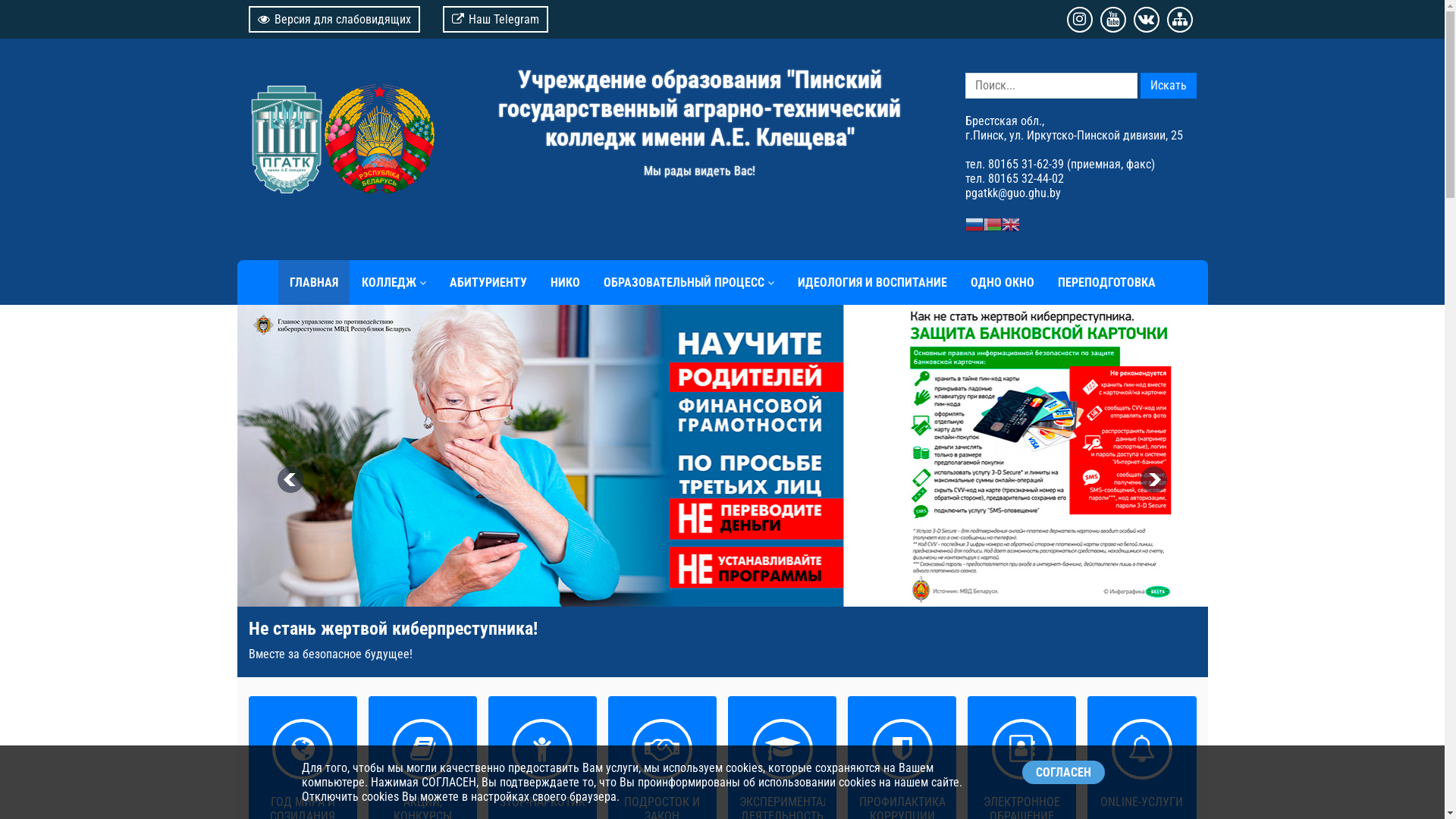  Describe the element at coordinates (964, 192) in the screenshot. I see `'pgatkk@guo.ghu.by'` at that location.